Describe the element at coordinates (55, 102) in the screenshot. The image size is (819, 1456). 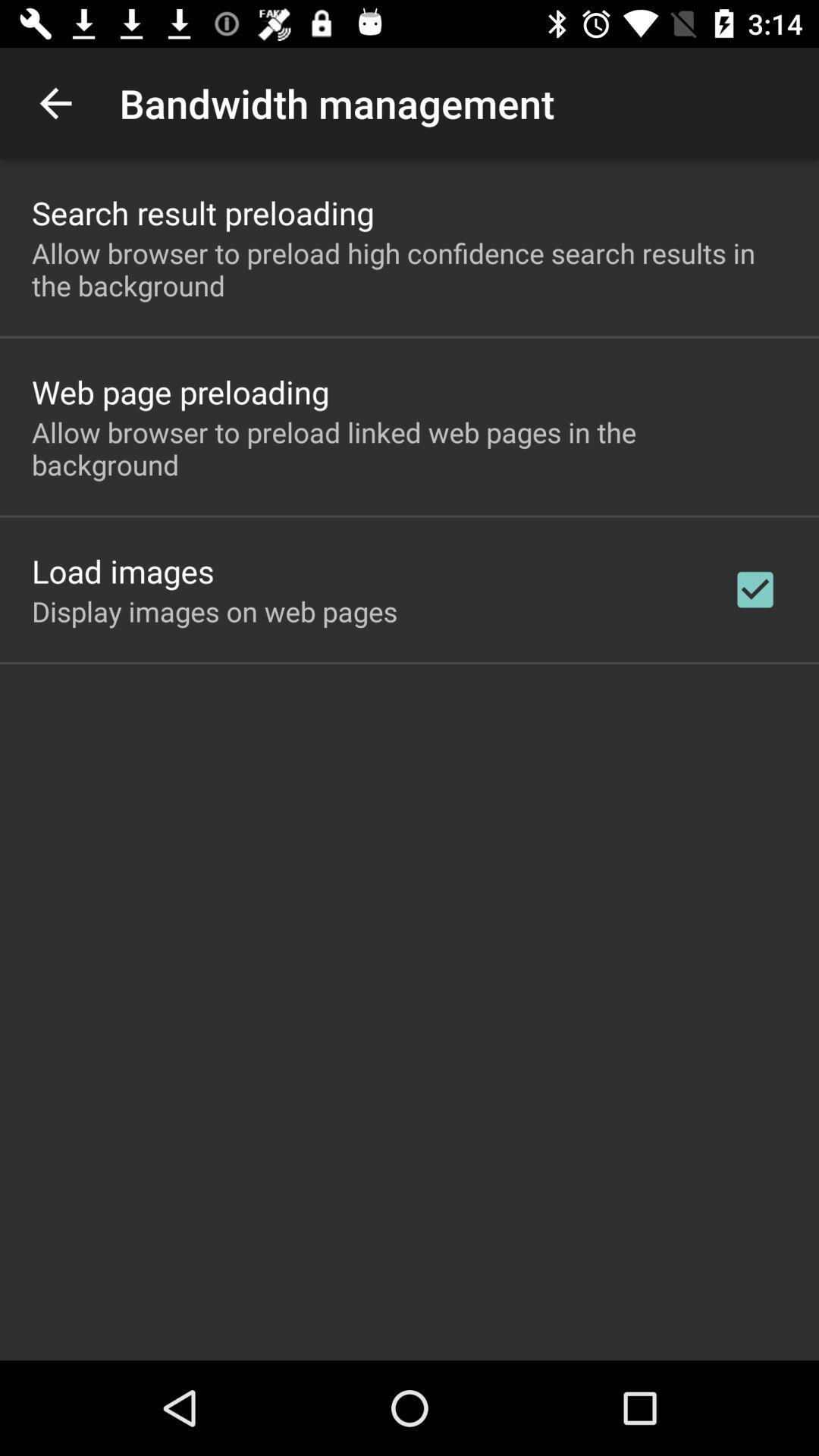
I see `the app above the search result preloading icon` at that location.